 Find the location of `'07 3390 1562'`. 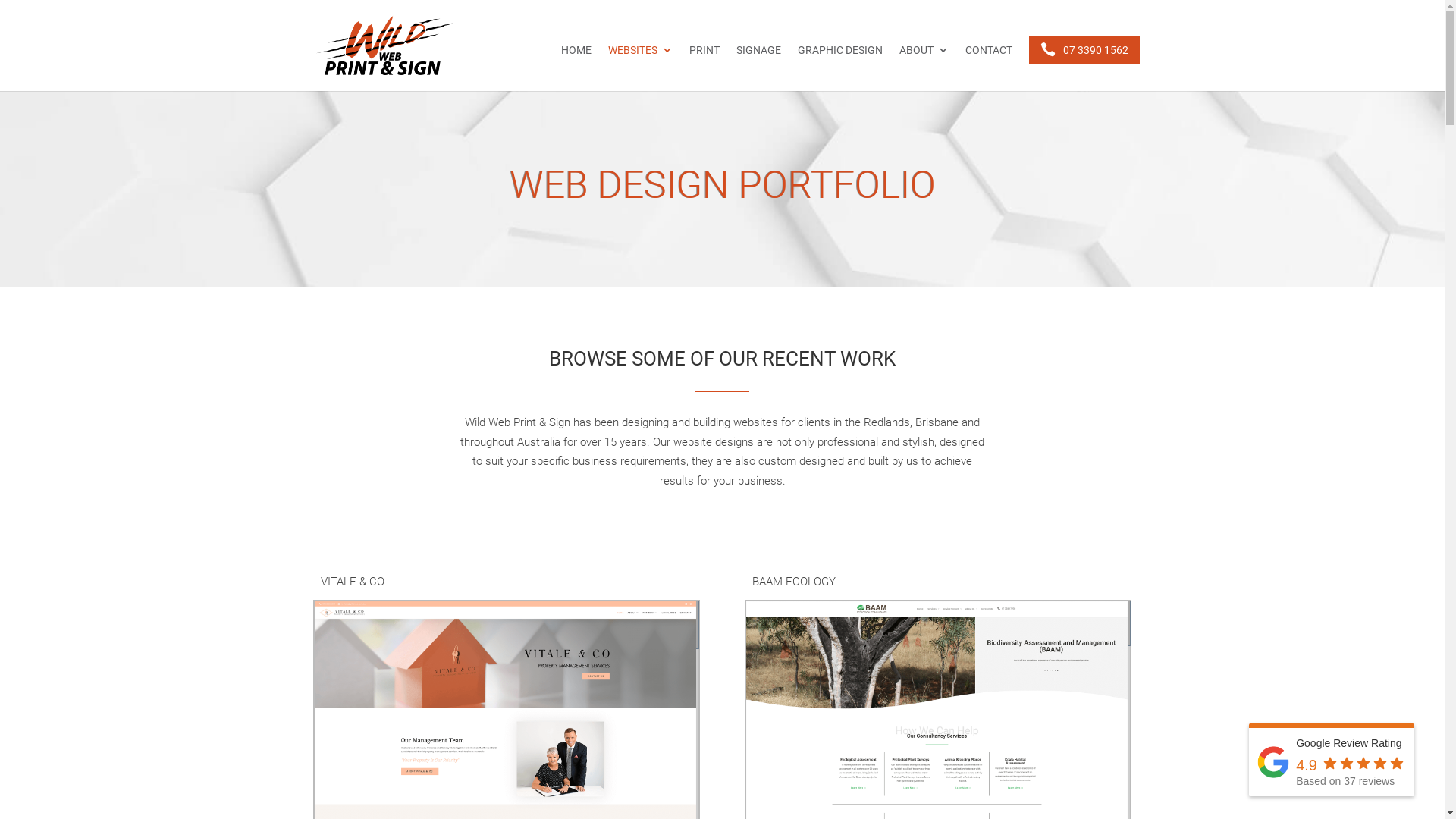

'07 3390 1562' is located at coordinates (1083, 49).